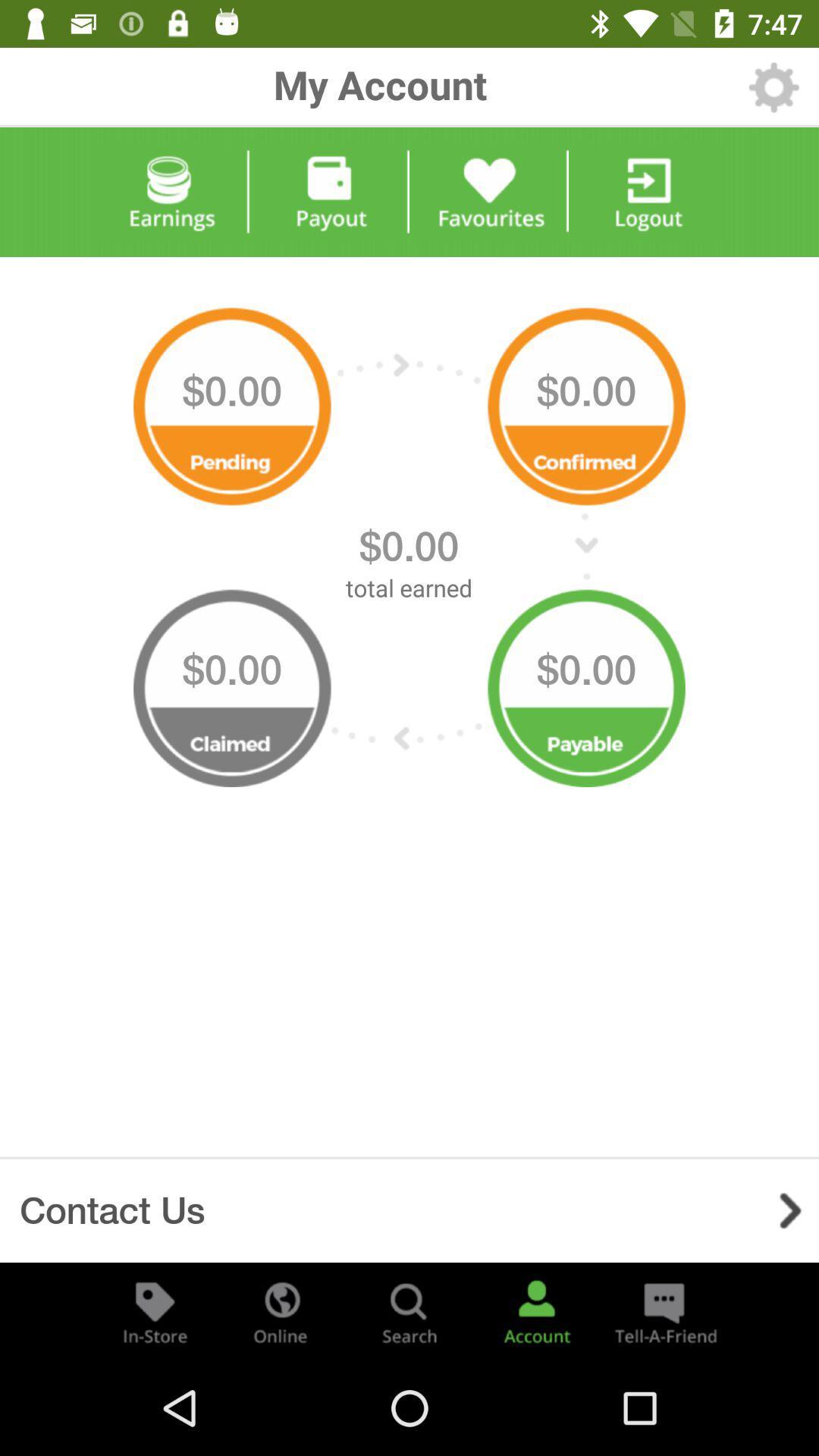 This screenshot has width=819, height=1456. What do you see at coordinates (663, 1310) in the screenshot?
I see `send referral email` at bounding box center [663, 1310].